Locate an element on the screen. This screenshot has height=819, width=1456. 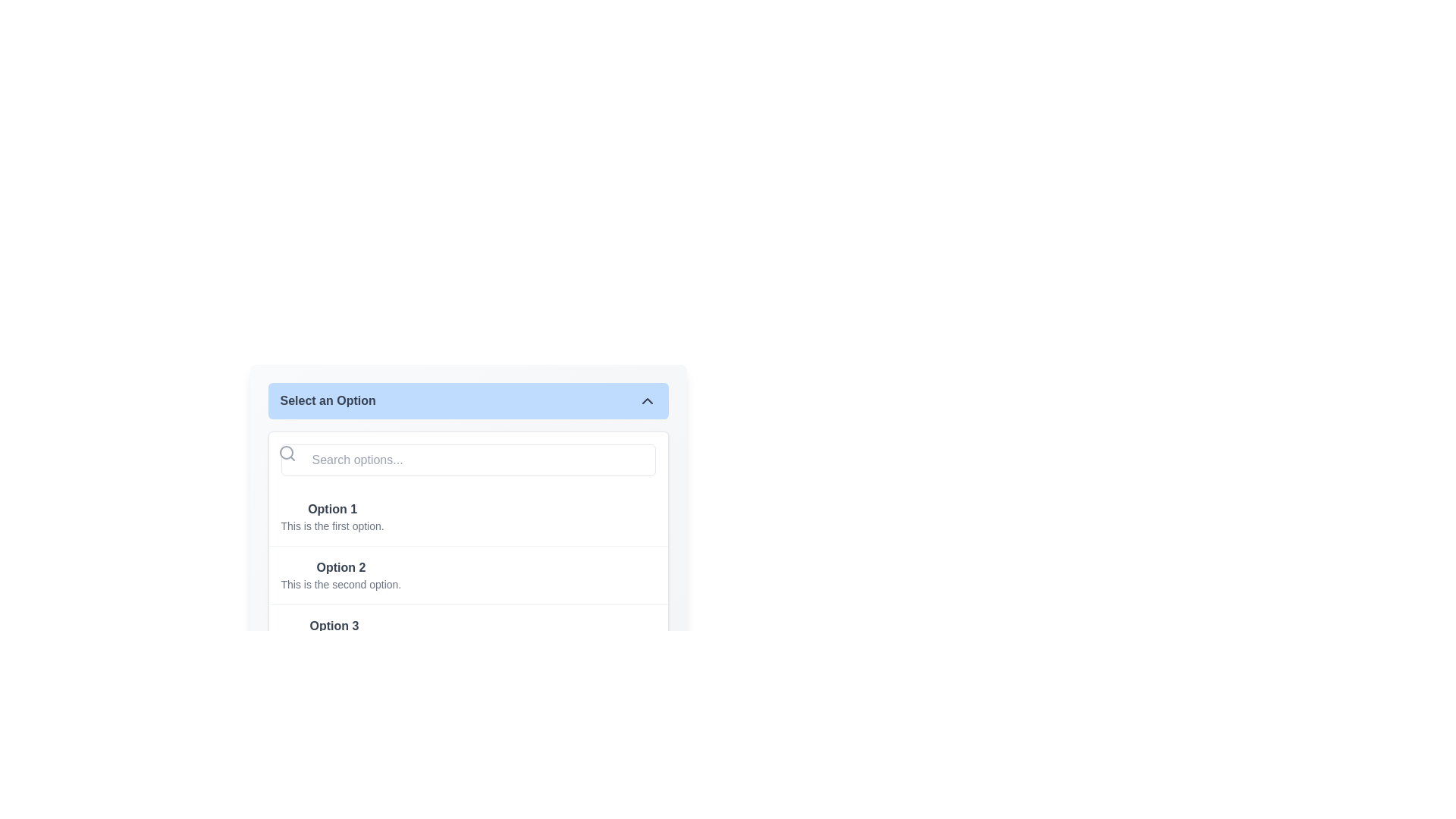
the list item that contains the title 'Option 3' and the description 'This is the third option.' is located at coordinates (467, 633).